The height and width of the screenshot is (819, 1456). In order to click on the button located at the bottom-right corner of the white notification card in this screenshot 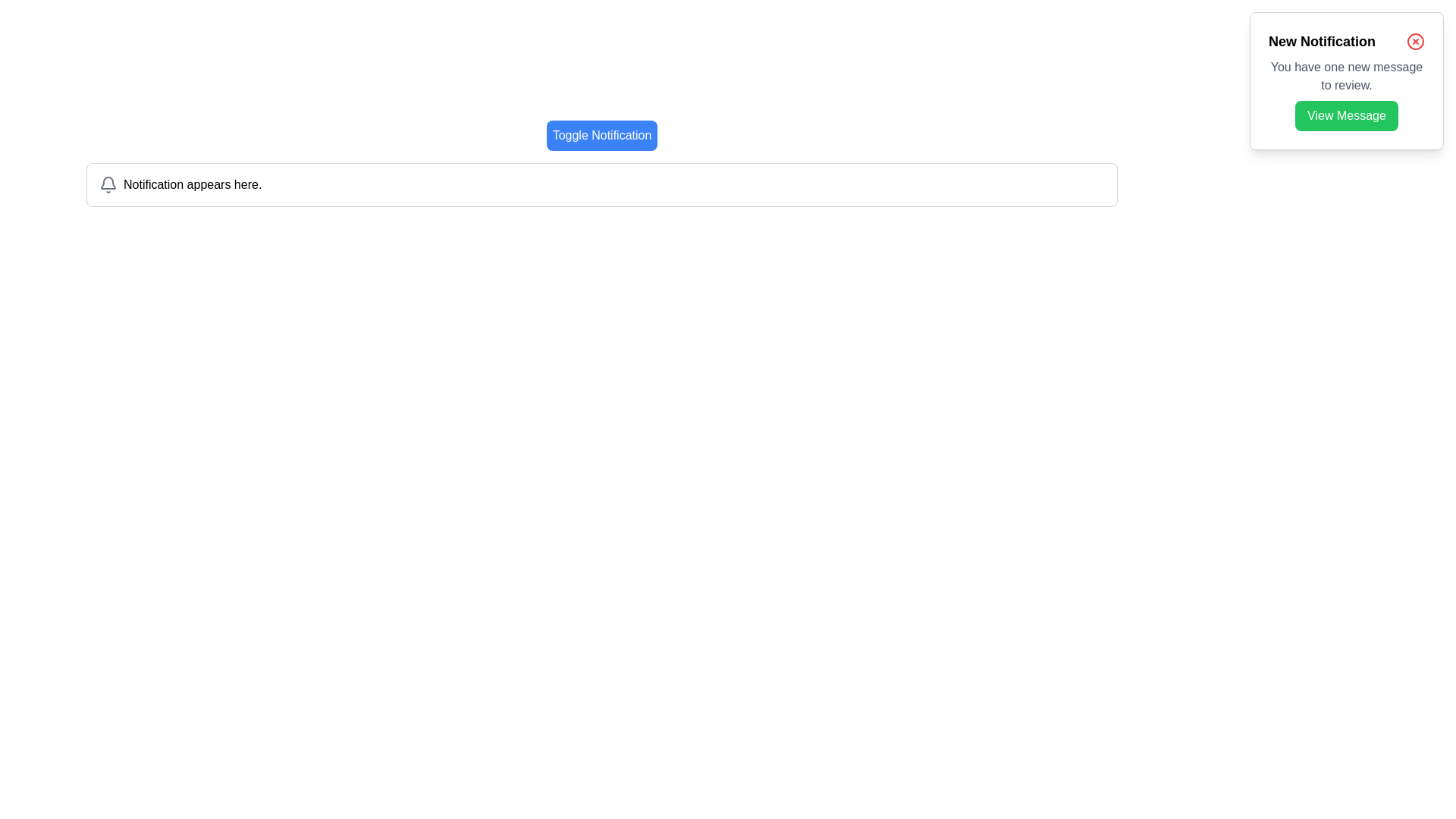, I will do `click(1347, 115)`.